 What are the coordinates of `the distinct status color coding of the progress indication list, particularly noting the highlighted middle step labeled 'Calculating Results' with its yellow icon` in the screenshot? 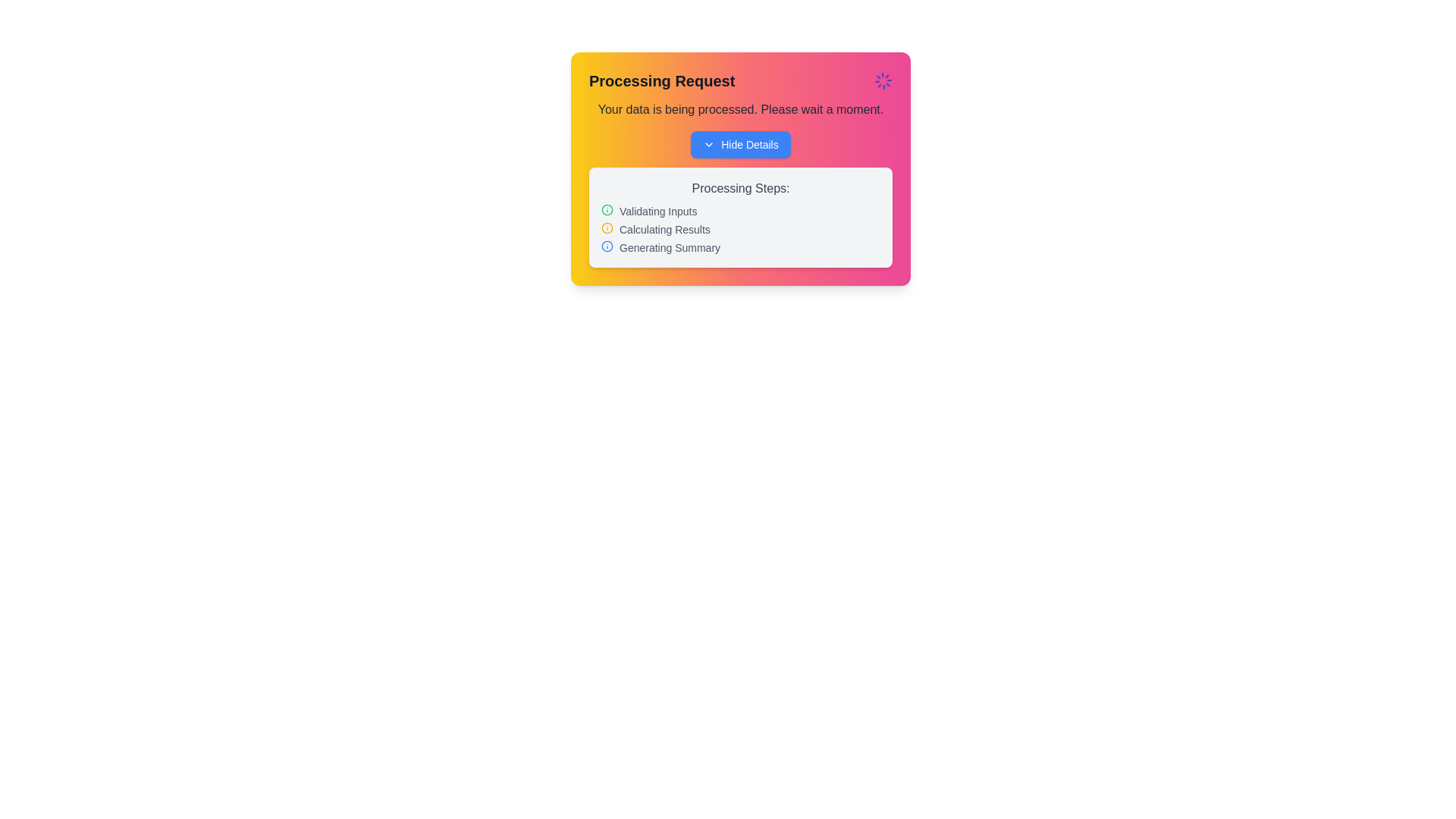 It's located at (741, 230).